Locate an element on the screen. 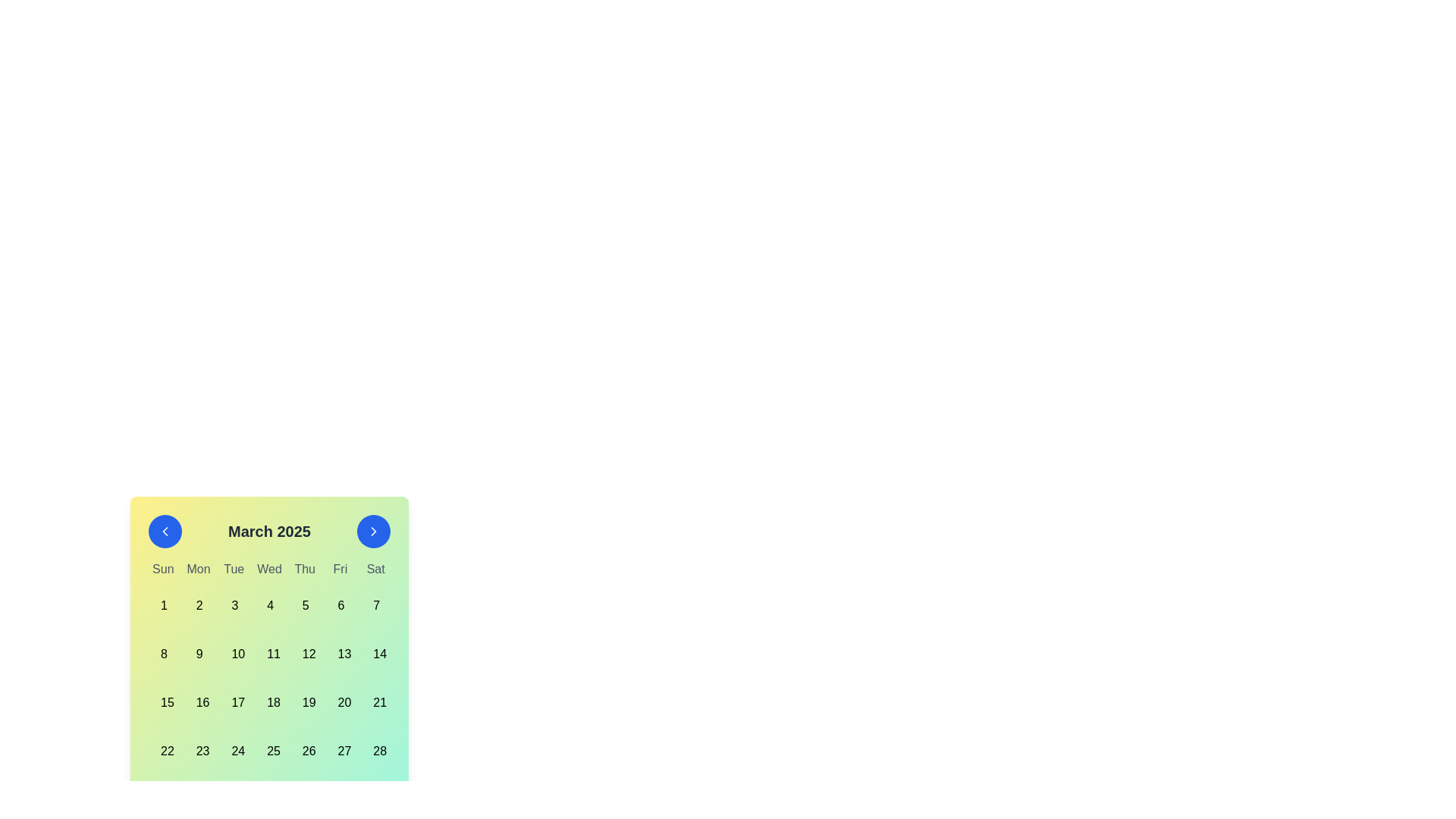 The height and width of the screenshot is (819, 1456). the date label displaying 'March 2025', which is centrally located in the calendar header and styled with a bold, large font and dark gray color is located at coordinates (269, 531).